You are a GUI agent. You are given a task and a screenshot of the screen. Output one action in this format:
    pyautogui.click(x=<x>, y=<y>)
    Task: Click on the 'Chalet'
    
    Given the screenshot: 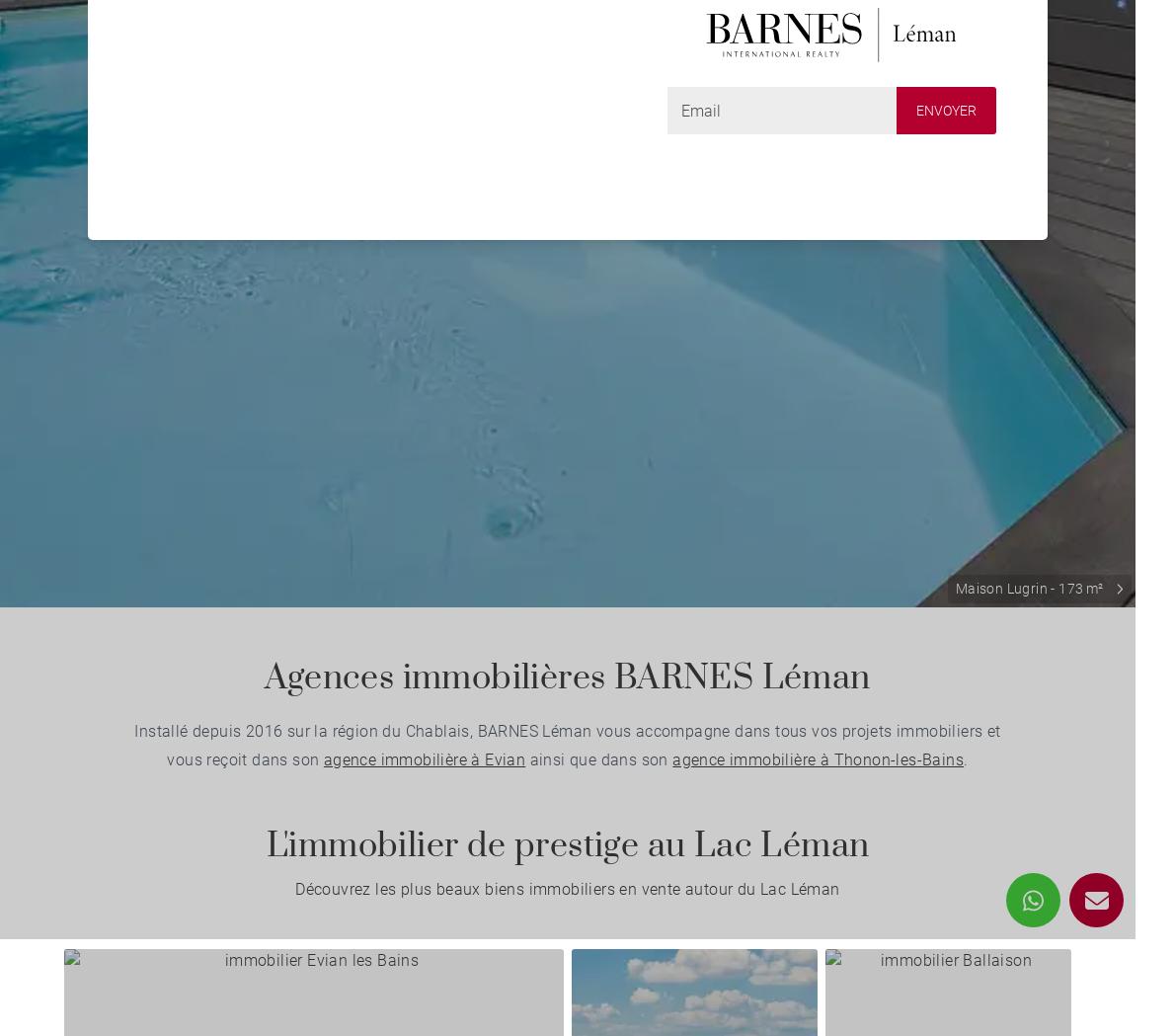 What is the action you would take?
    pyautogui.click(x=170, y=107)
    